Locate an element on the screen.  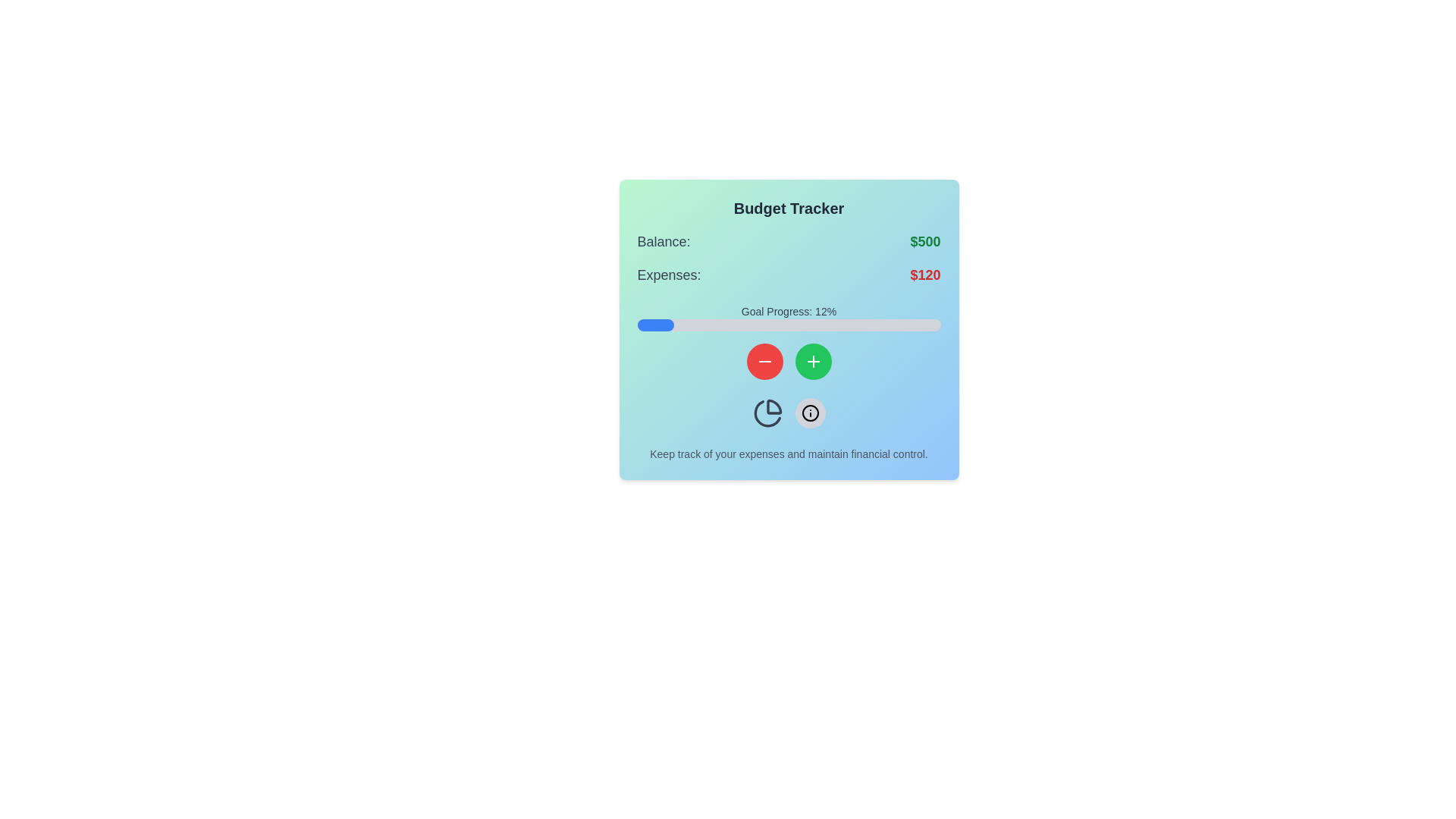
the pie chart icon, which is styled with thin lines and shaded dark gray is located at coordinates (767, 413).